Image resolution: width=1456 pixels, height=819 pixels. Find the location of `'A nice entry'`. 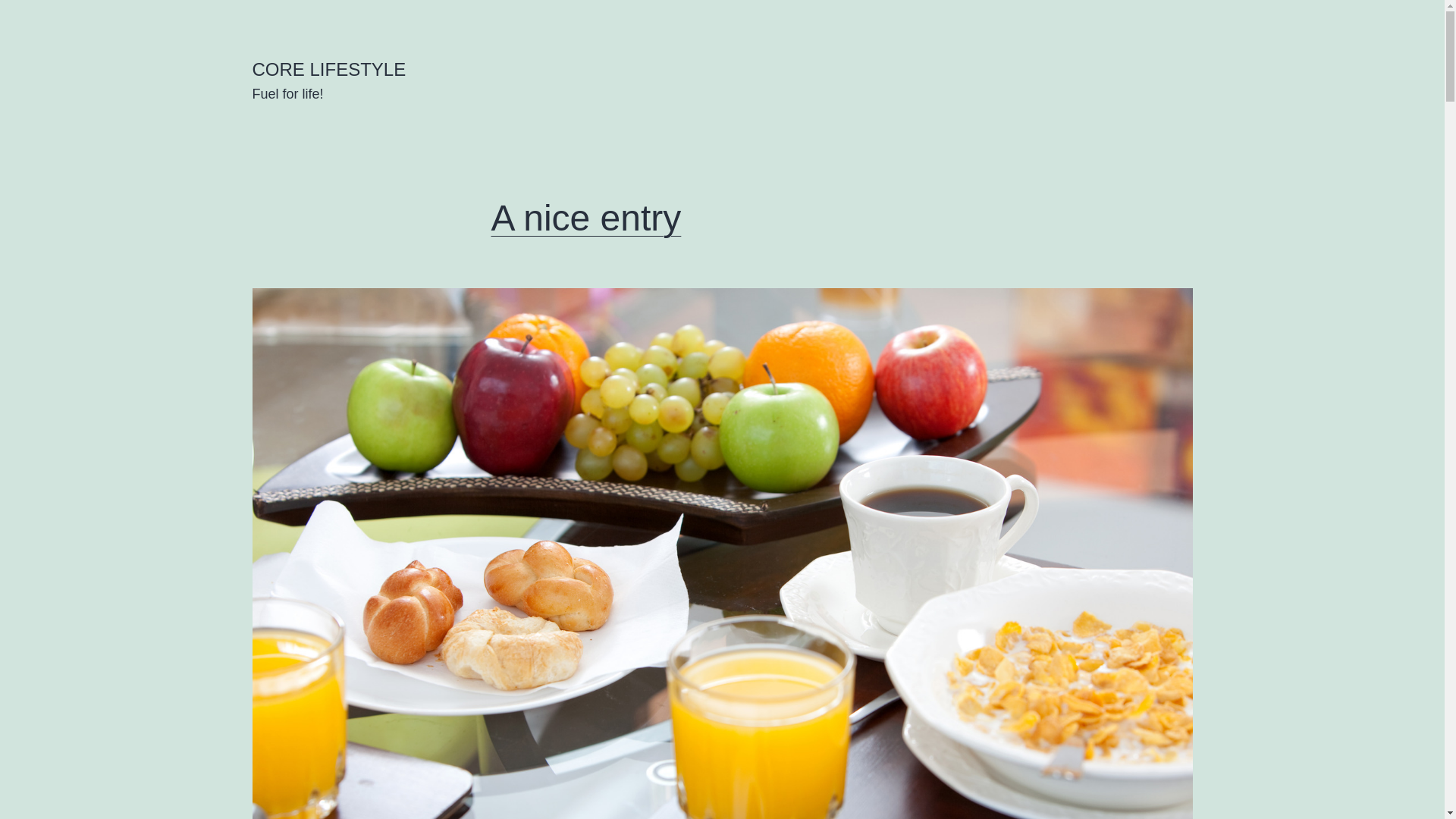

'A nice entry' is located at coordinates (585, 218).